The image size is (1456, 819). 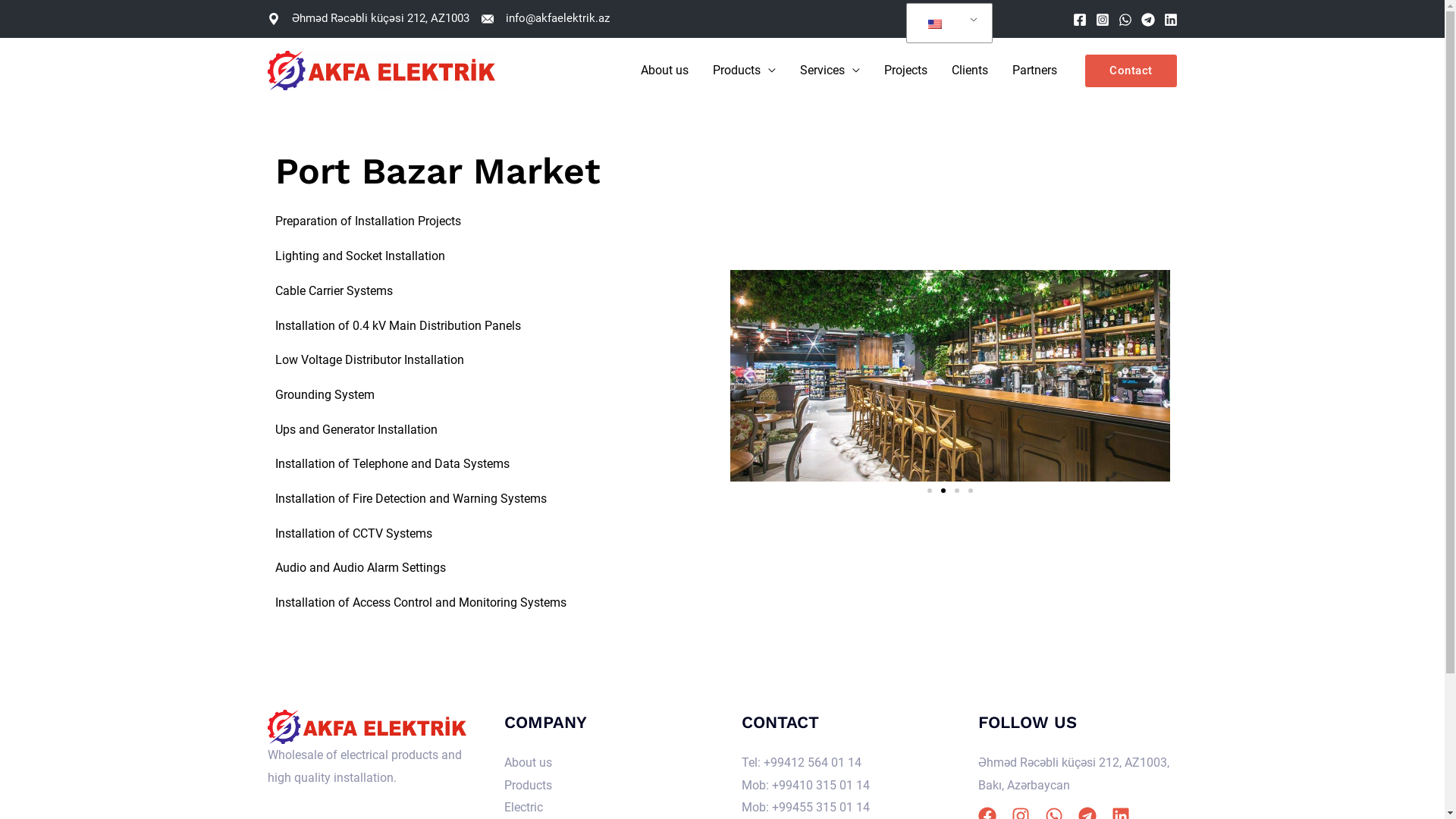 What do you see at coordinates (1034, 70) in the screenshot?
I see `'Partners'` at bounding box center [1034, 70].